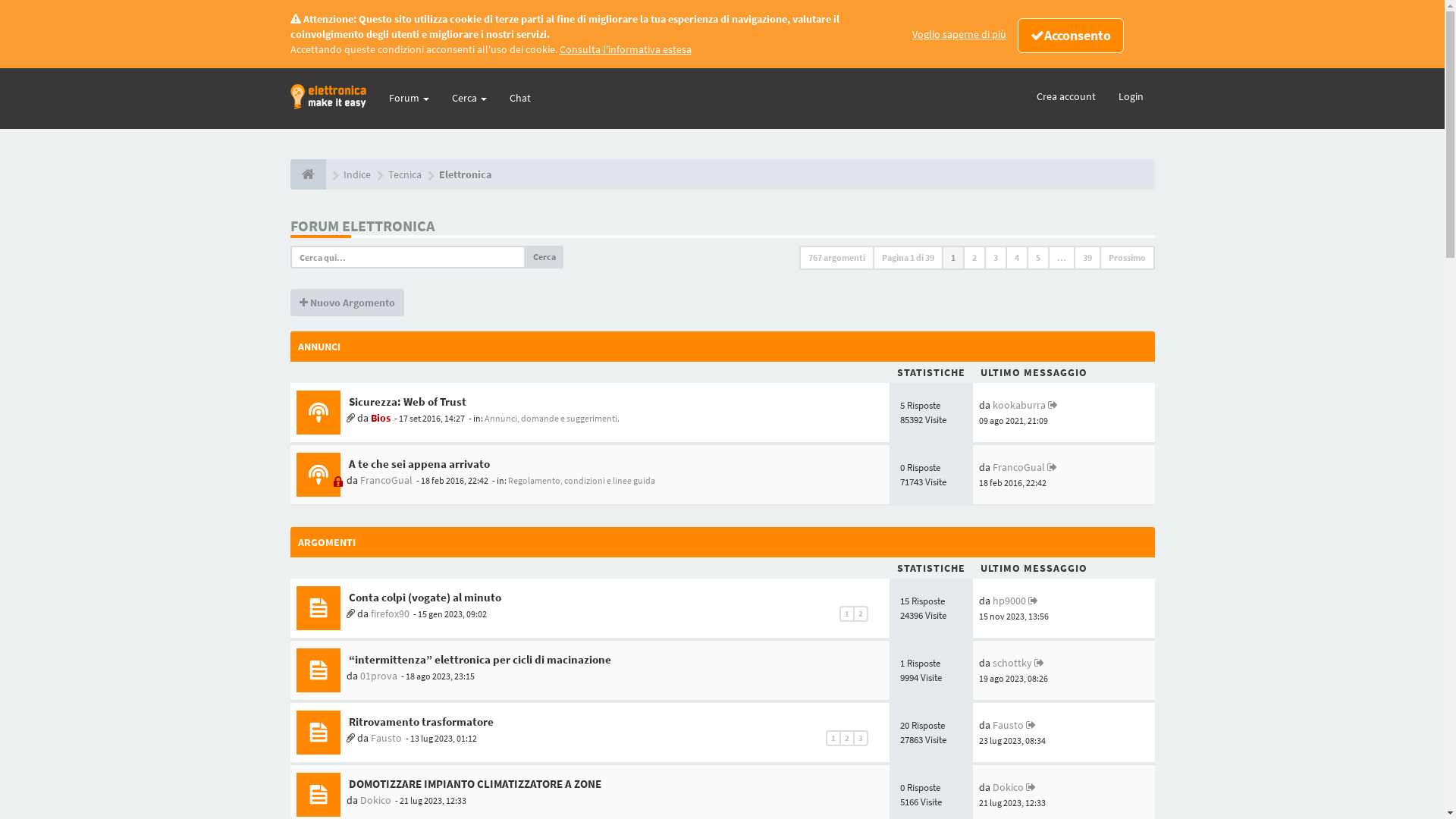 Image resolution: width=1456 pixels, height=819 pixels. What do you see at coordinates (345, 302) in the screenshot?
I see `' Nuovo Argomento'` at bounding box center [345, 302].